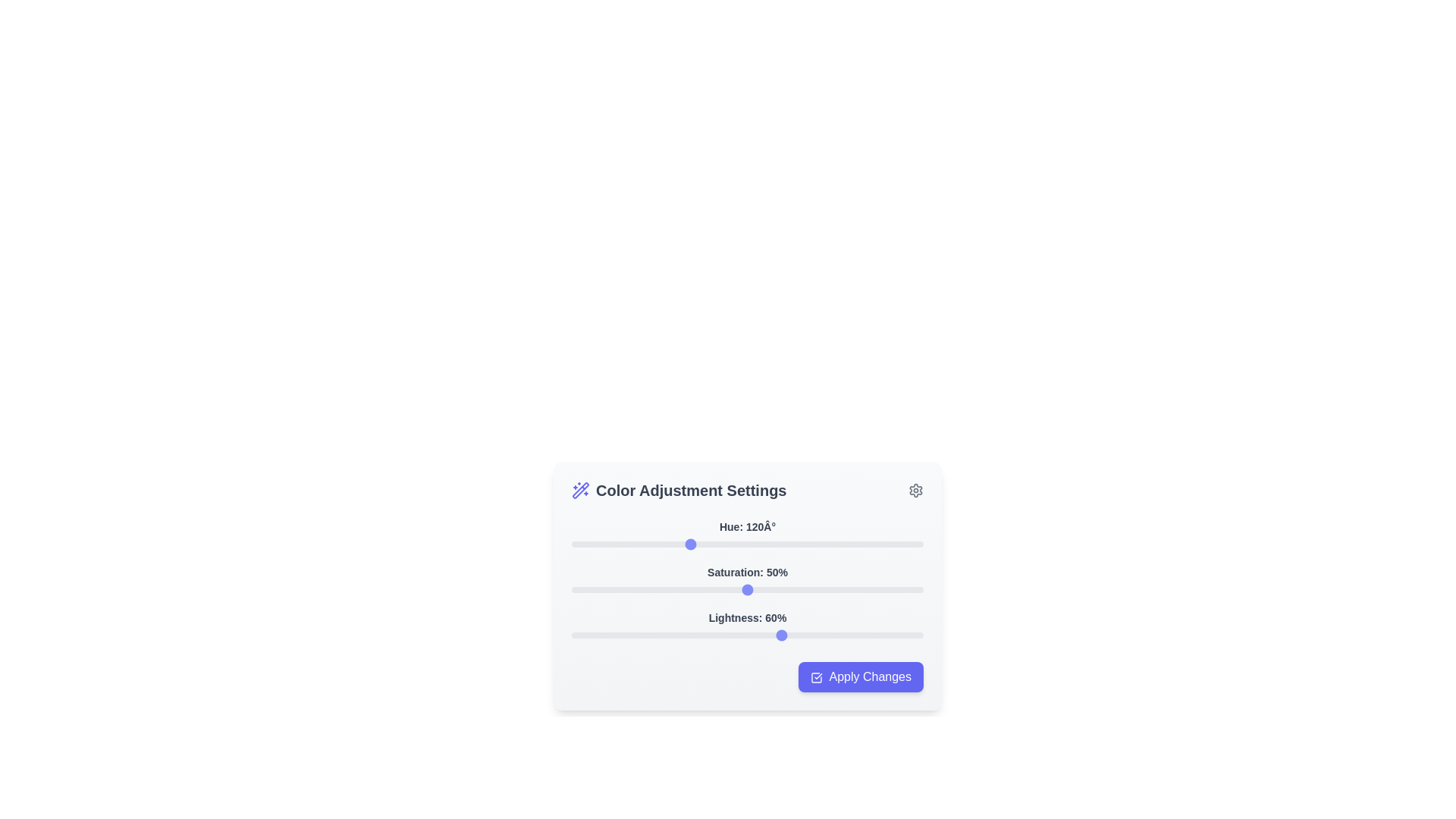 The width and height of the screenshot is (1456, 819). Describe the element at coordinates (786, 589) in the screenshot. I see `the saturation` at that location.